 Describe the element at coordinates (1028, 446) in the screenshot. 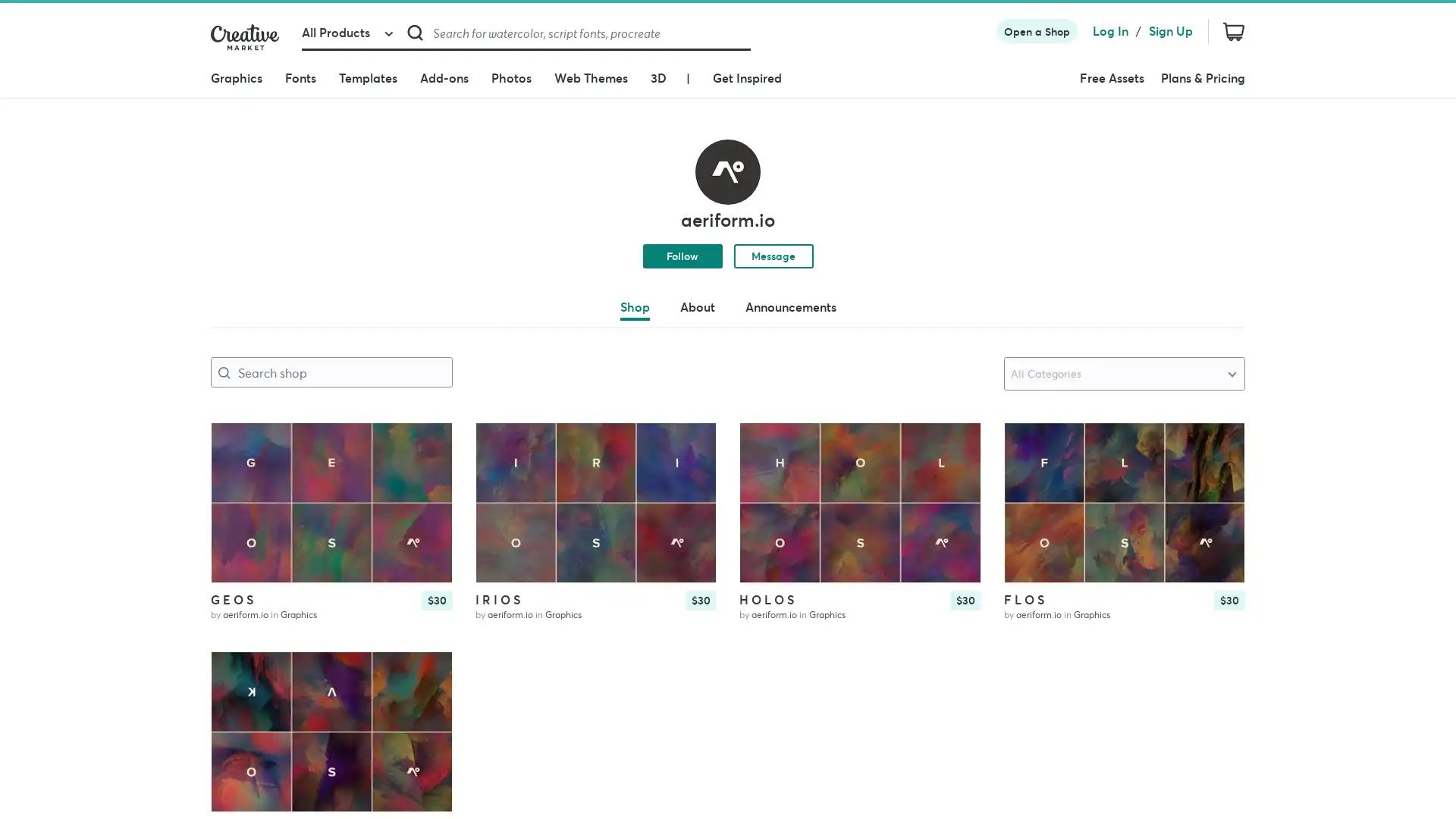

I see `Pin to Pinterest` at that location.